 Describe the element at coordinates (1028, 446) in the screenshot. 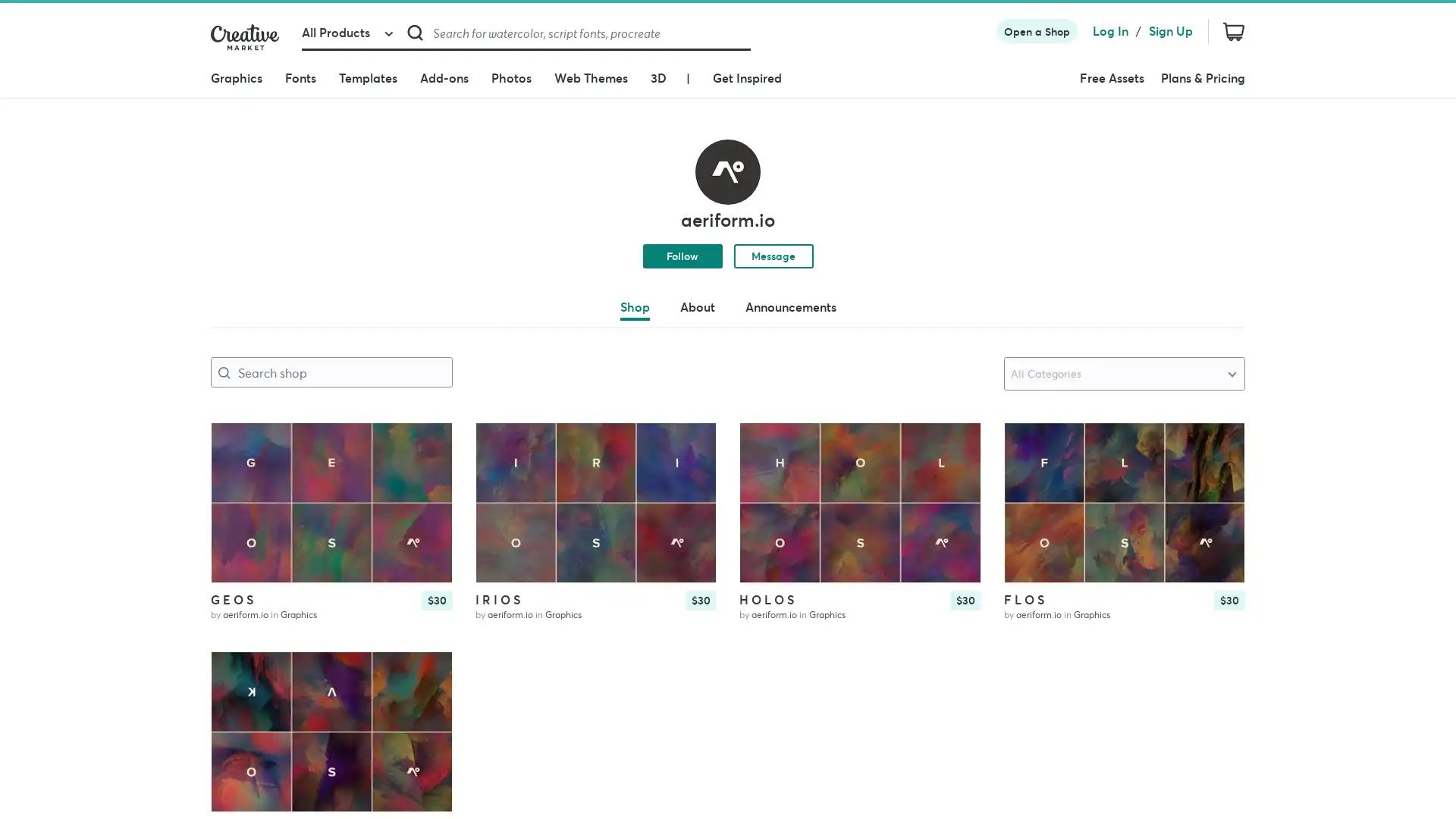

I see `Pin to Pinterest` at that location.